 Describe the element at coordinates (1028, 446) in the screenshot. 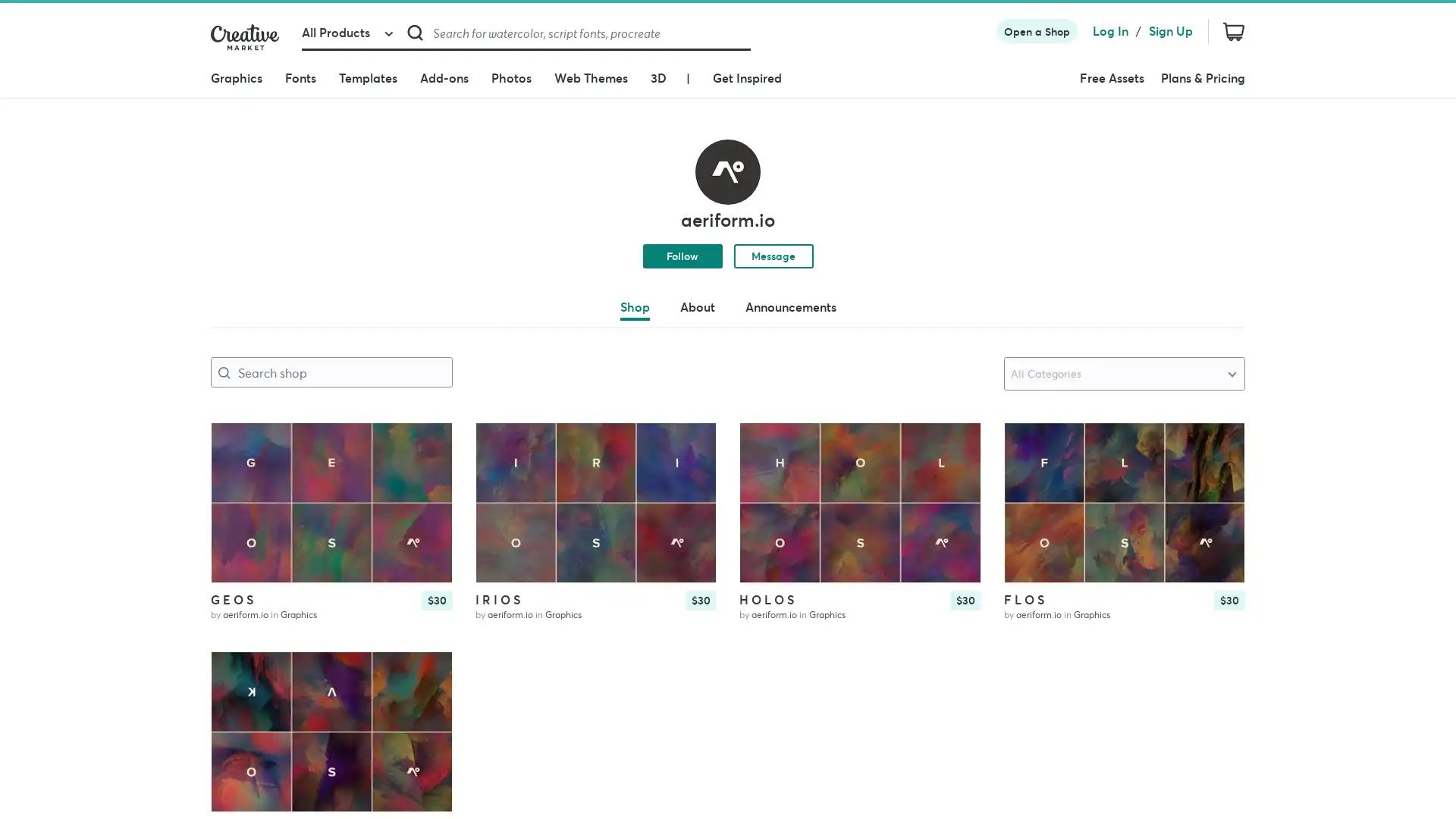

I see `Pin to Pinterest` at that location.